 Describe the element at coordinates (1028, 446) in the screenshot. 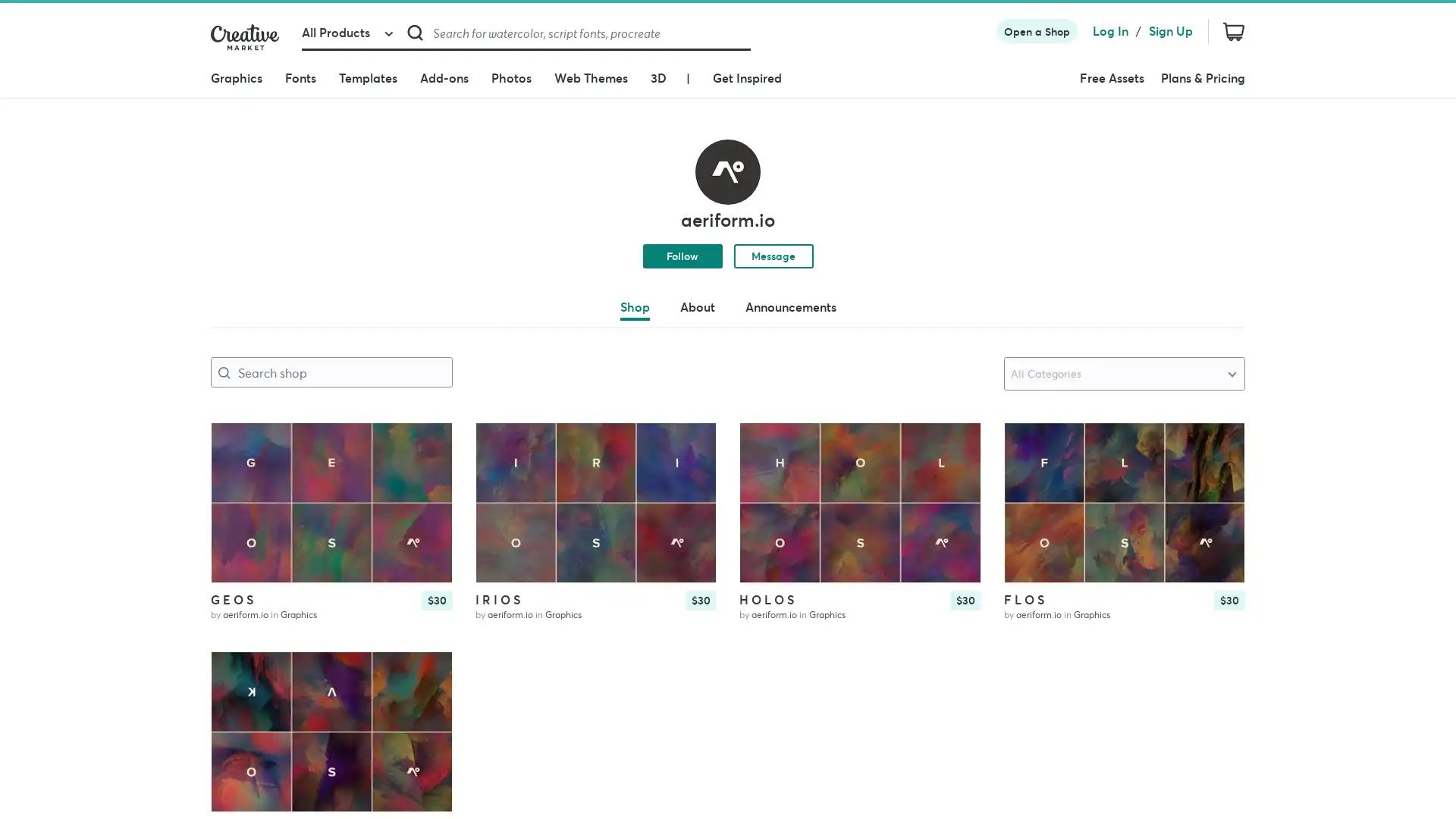

I see `Pin to Pinterest` at that location.